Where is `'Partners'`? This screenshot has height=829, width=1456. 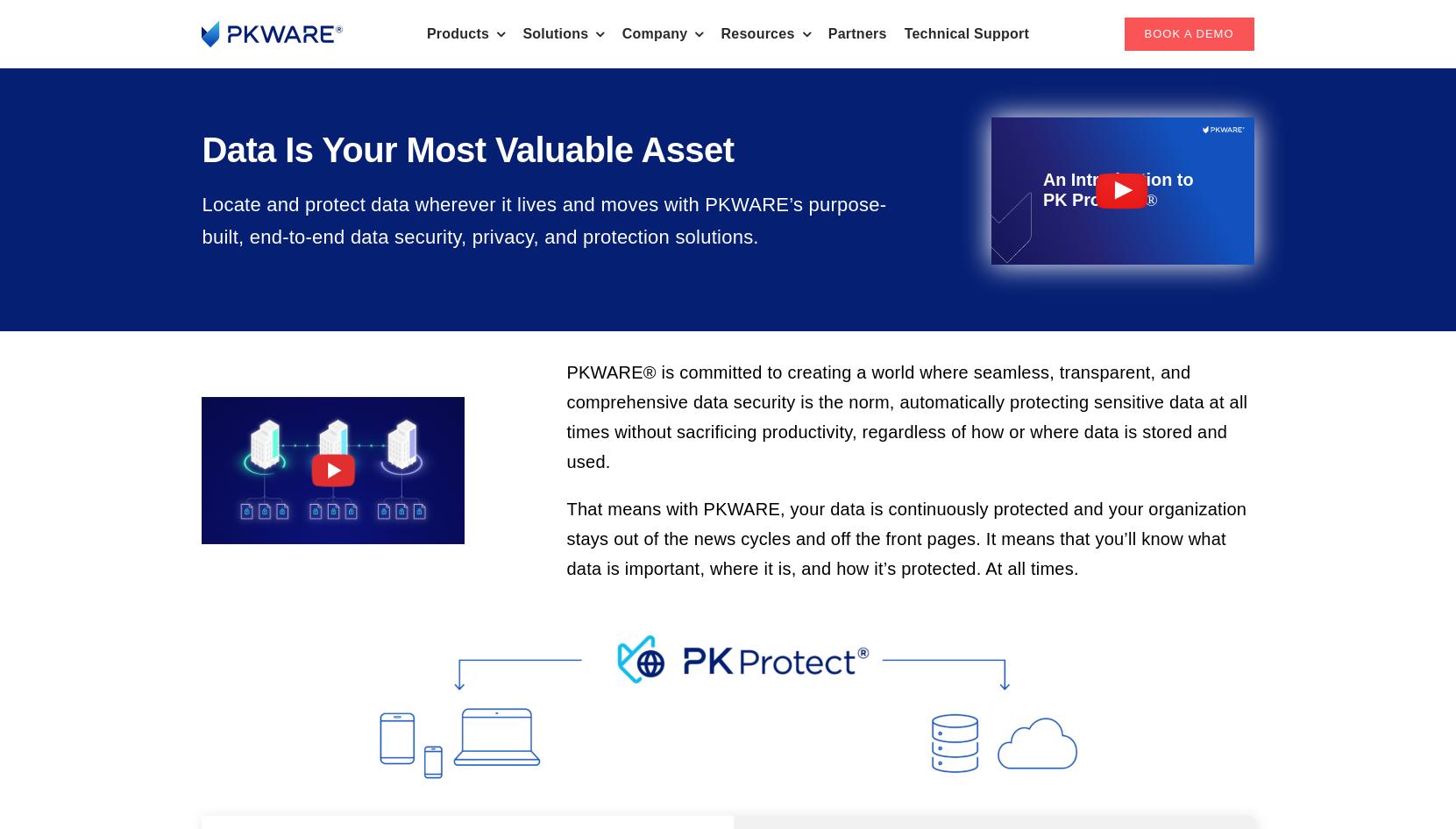 'Partners' is located at coordinates (856, 33).